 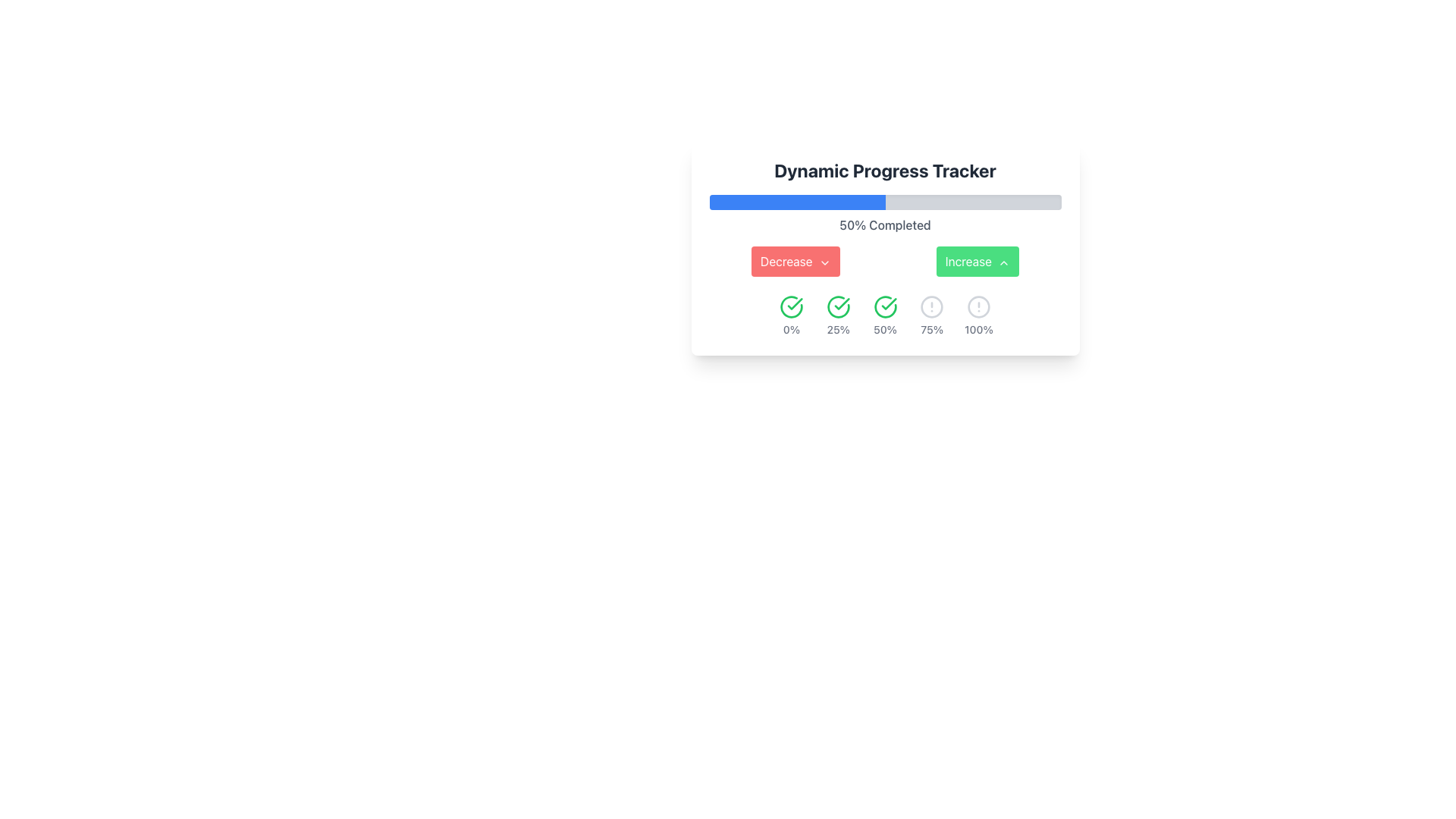 I want to click on the text label displaying '25%' which is styled in gray color and positioned under a green checkmark icon, so click(x=837, y=329).